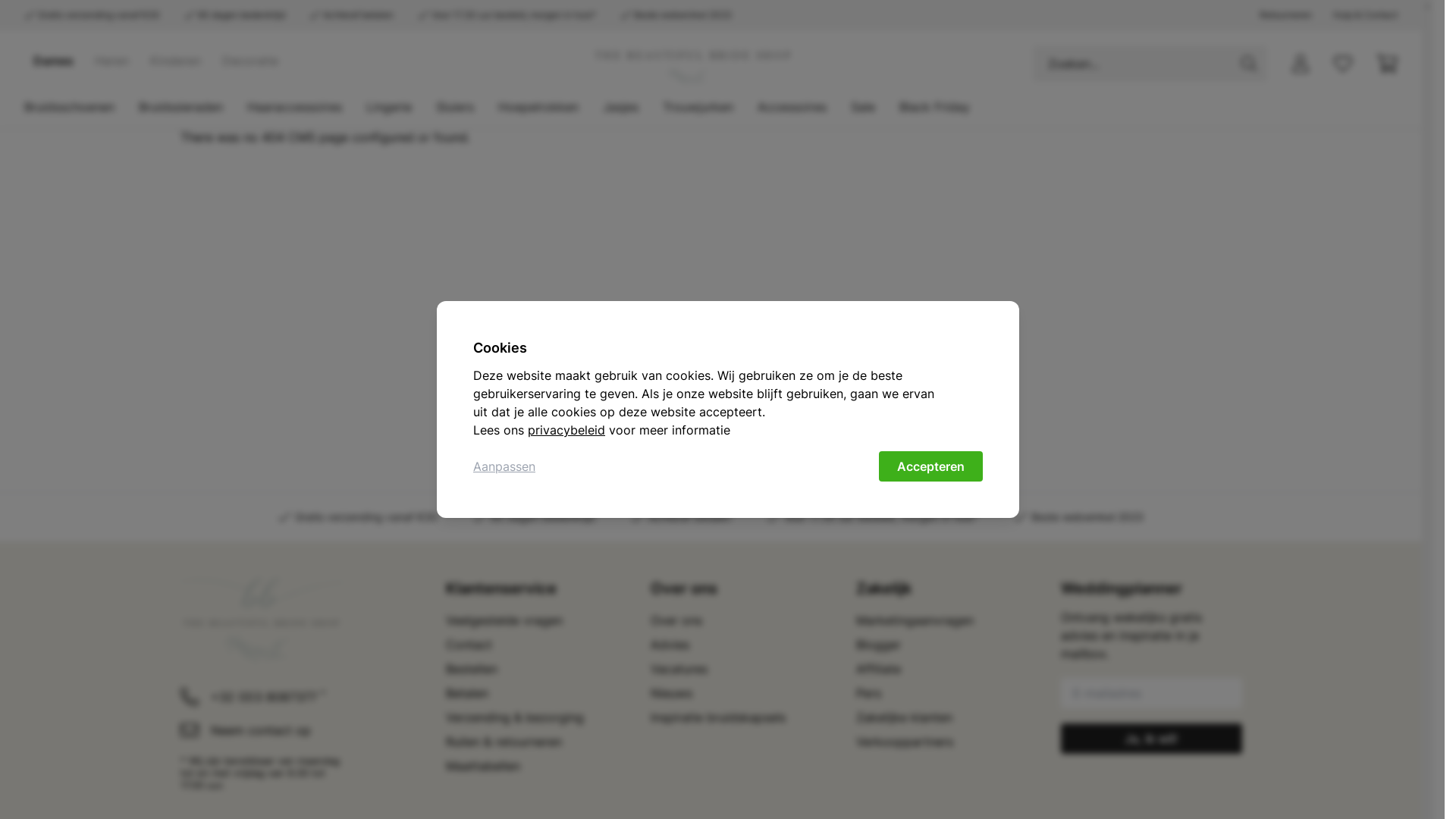  I want to click on 'Ruilen & retourneren', so click(504, 741).